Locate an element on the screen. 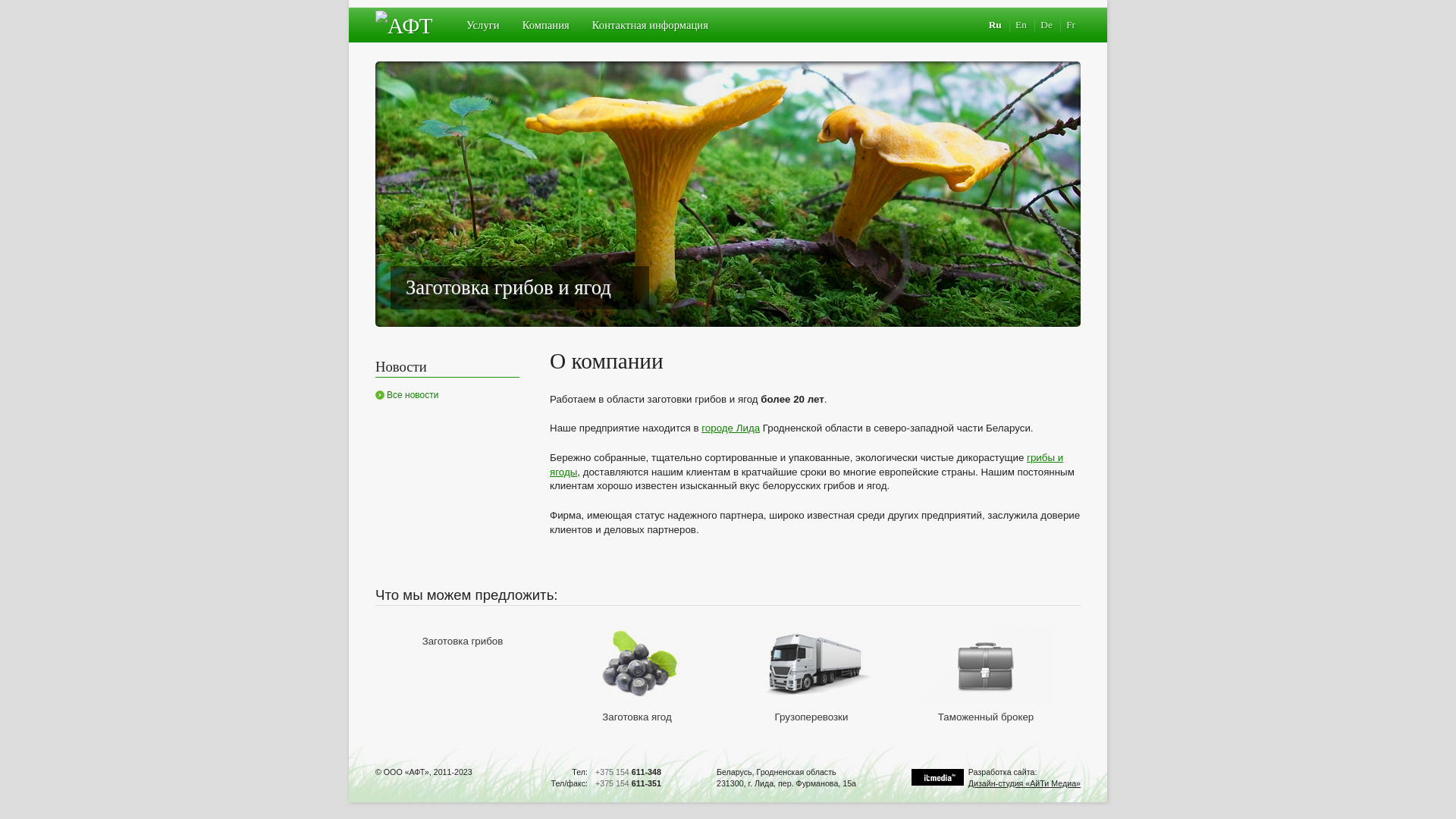 This screenshot has height=819, width=1456. 'Fr' is located at coordinates (1069, 24).